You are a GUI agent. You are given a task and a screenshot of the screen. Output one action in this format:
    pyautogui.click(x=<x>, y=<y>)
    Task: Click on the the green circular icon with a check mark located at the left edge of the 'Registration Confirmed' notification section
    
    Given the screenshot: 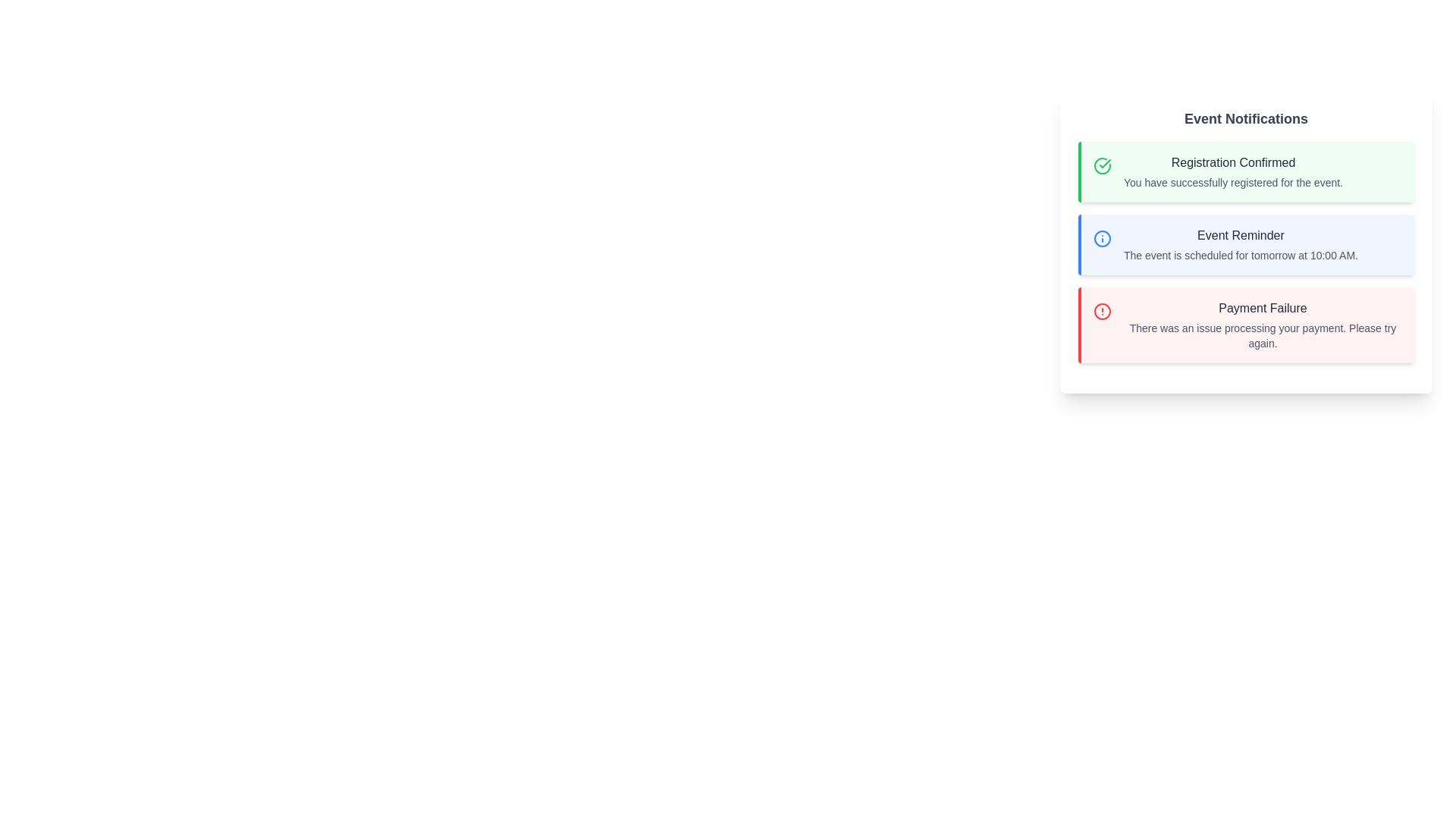 What is the action you would take?
    pyautogui.click(x=1103, y=166)
    